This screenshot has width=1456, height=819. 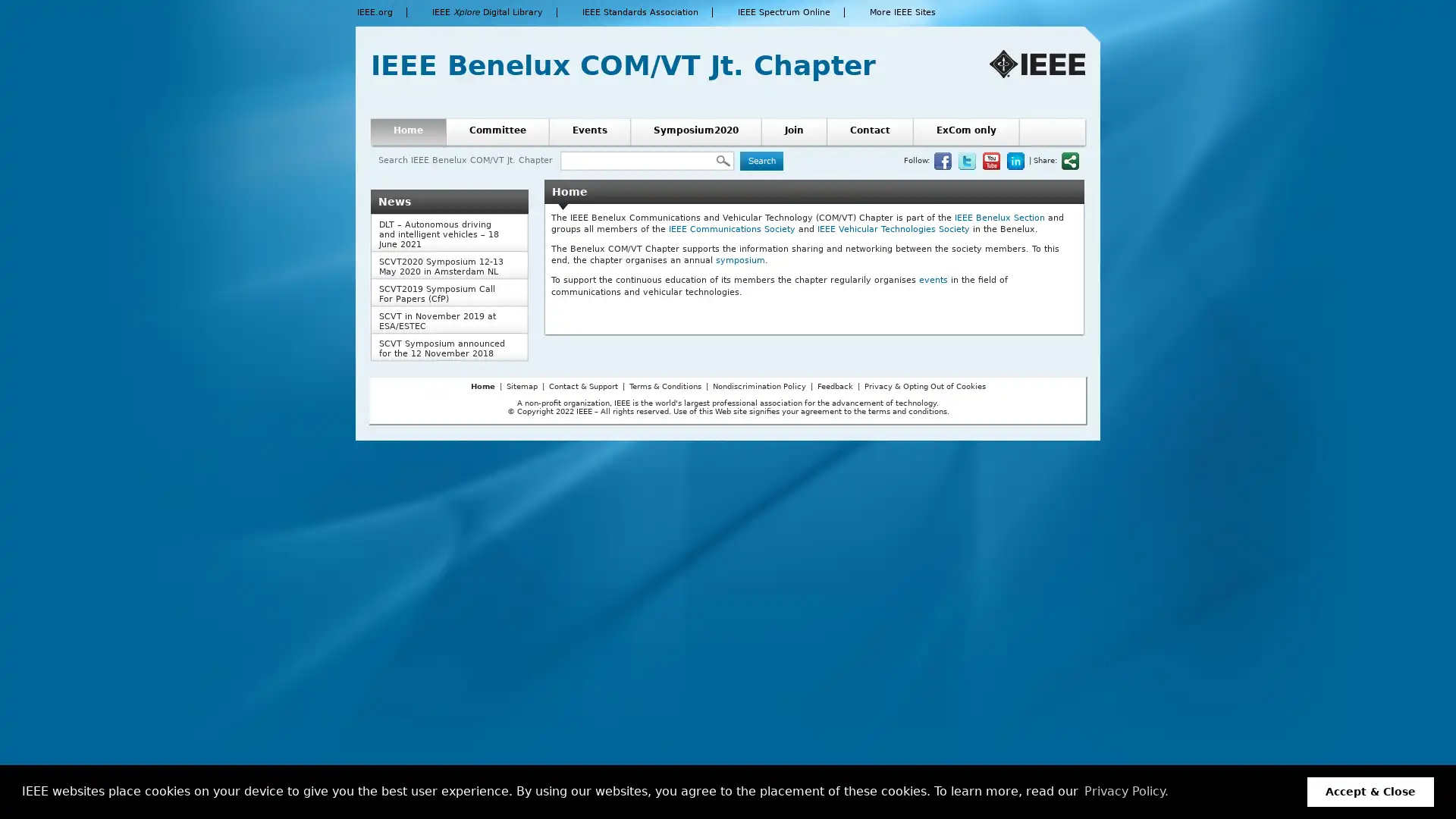 What do you see at coordinates (1125, 791) in the screenshot?
I see `learn more about cookies` at bounding box center [1125, 791].